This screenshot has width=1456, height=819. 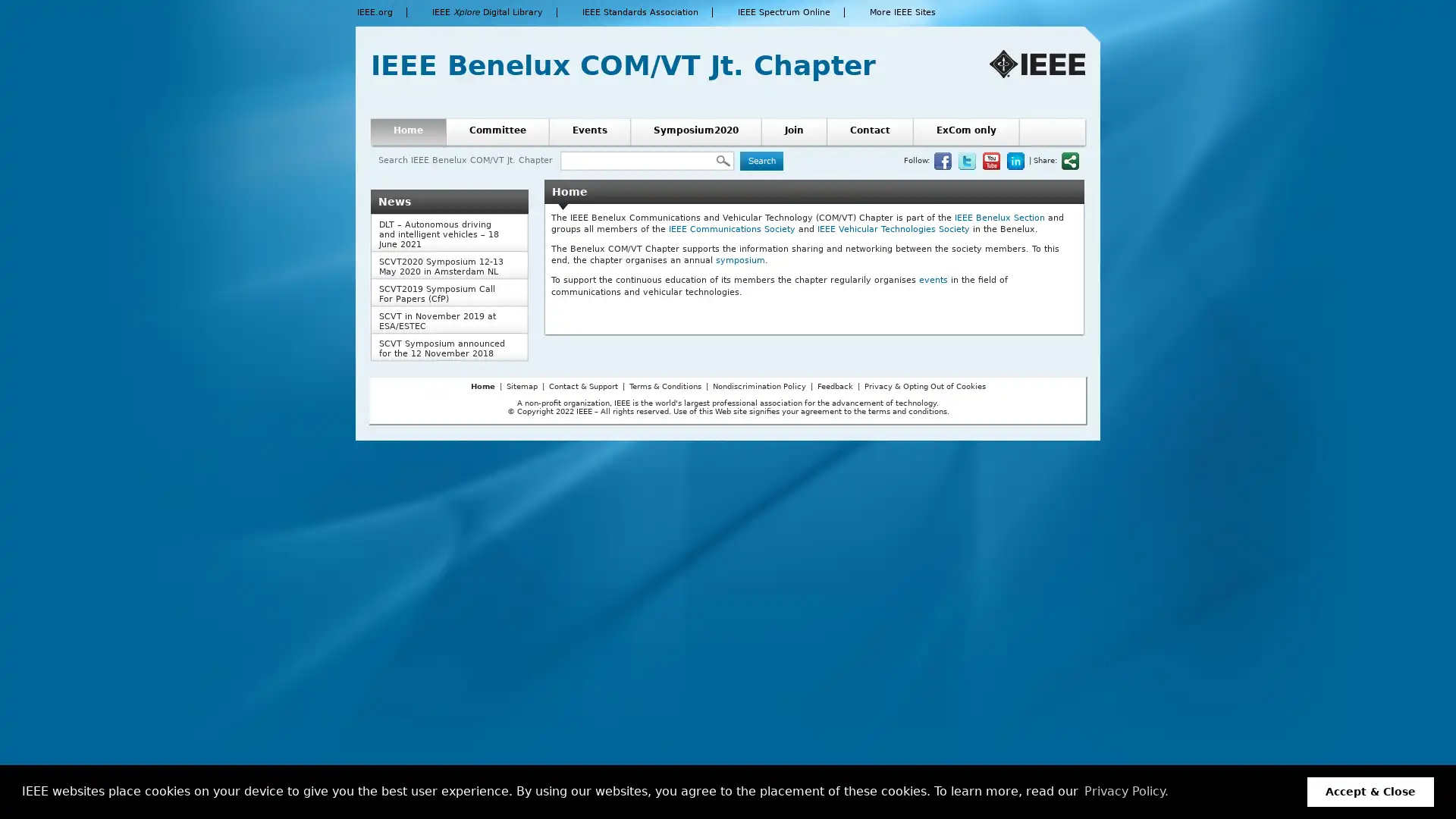 What do you see at coordinates (1125, 791) in the screenshot?
I see `learn more about cookies` at bounding box center [1125, 791].